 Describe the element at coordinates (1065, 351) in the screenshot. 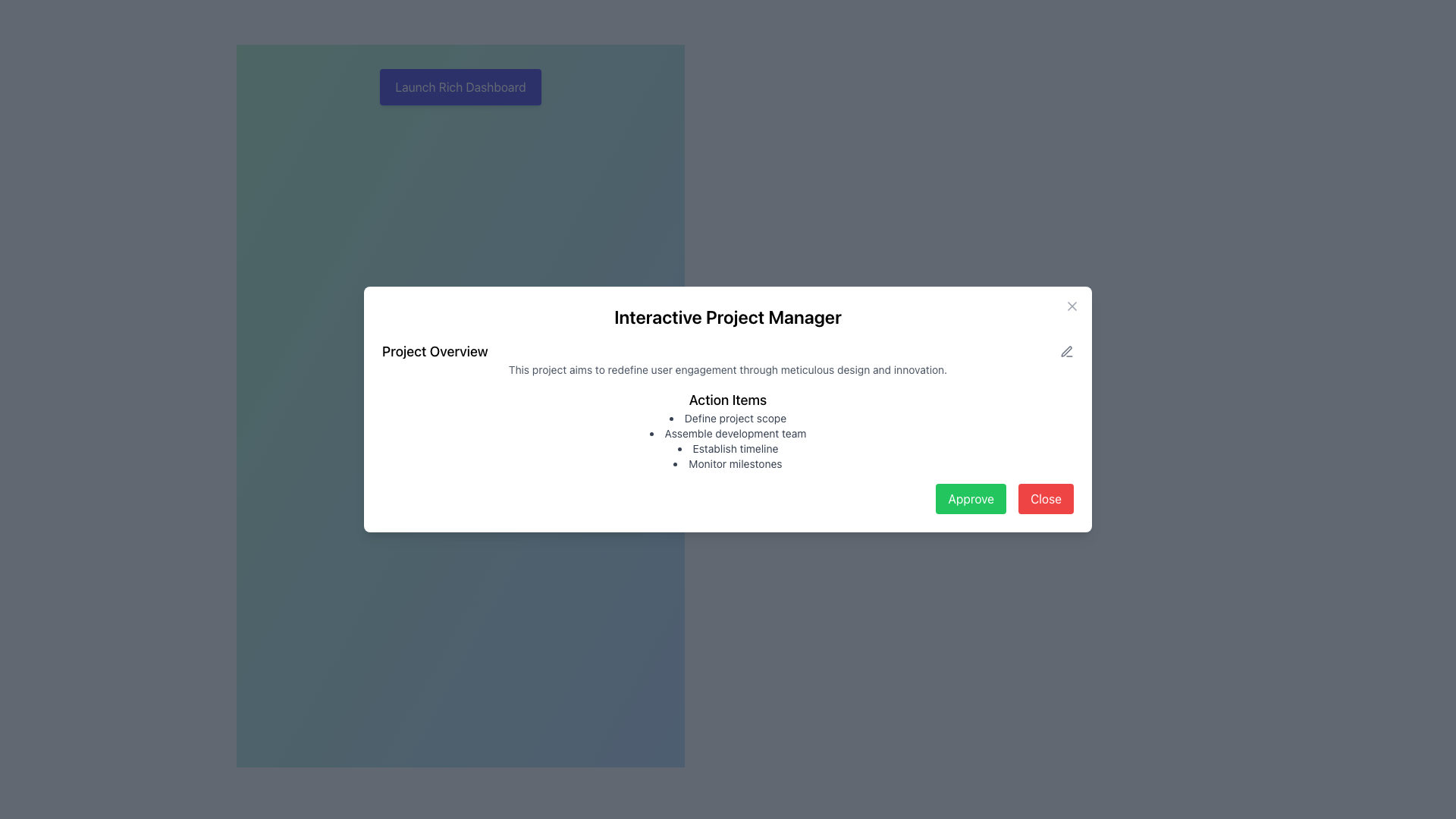

I see `the edit action icon button located in the top-right corner of the 'Project Overview' modal` at that location.